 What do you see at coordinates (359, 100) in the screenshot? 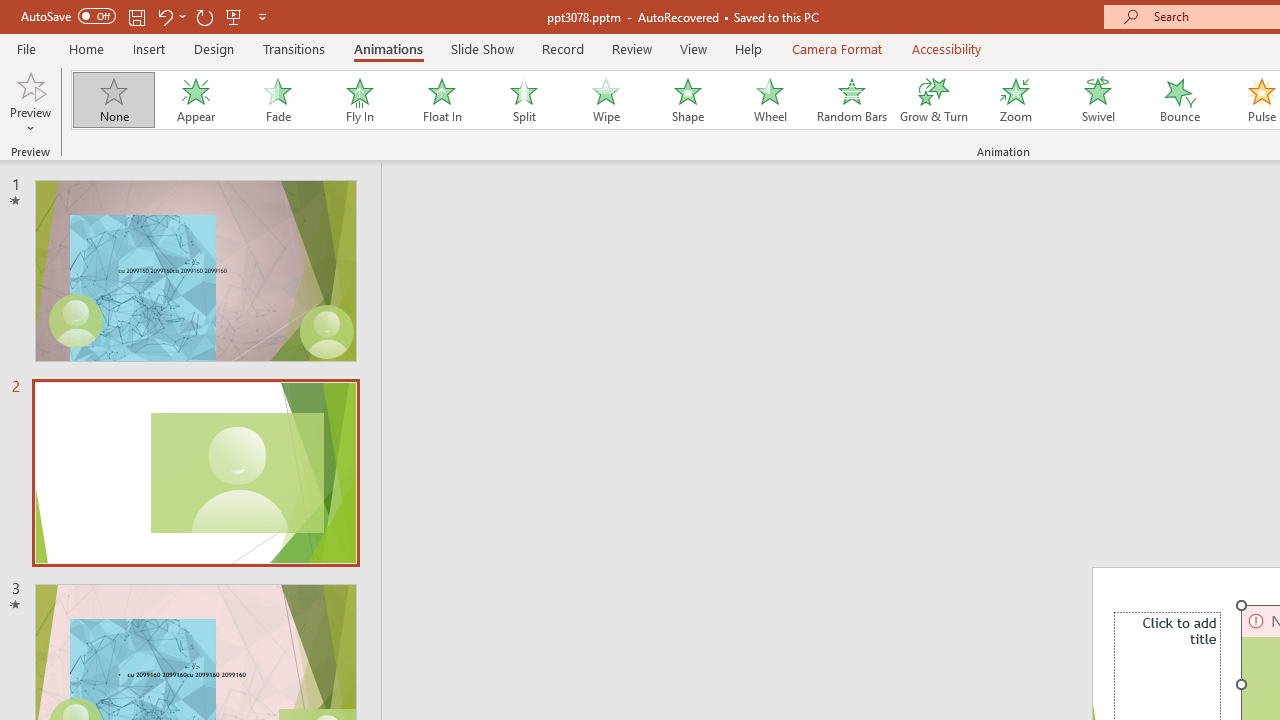
I see `'Fly In'` at bounding box center [359, 100].